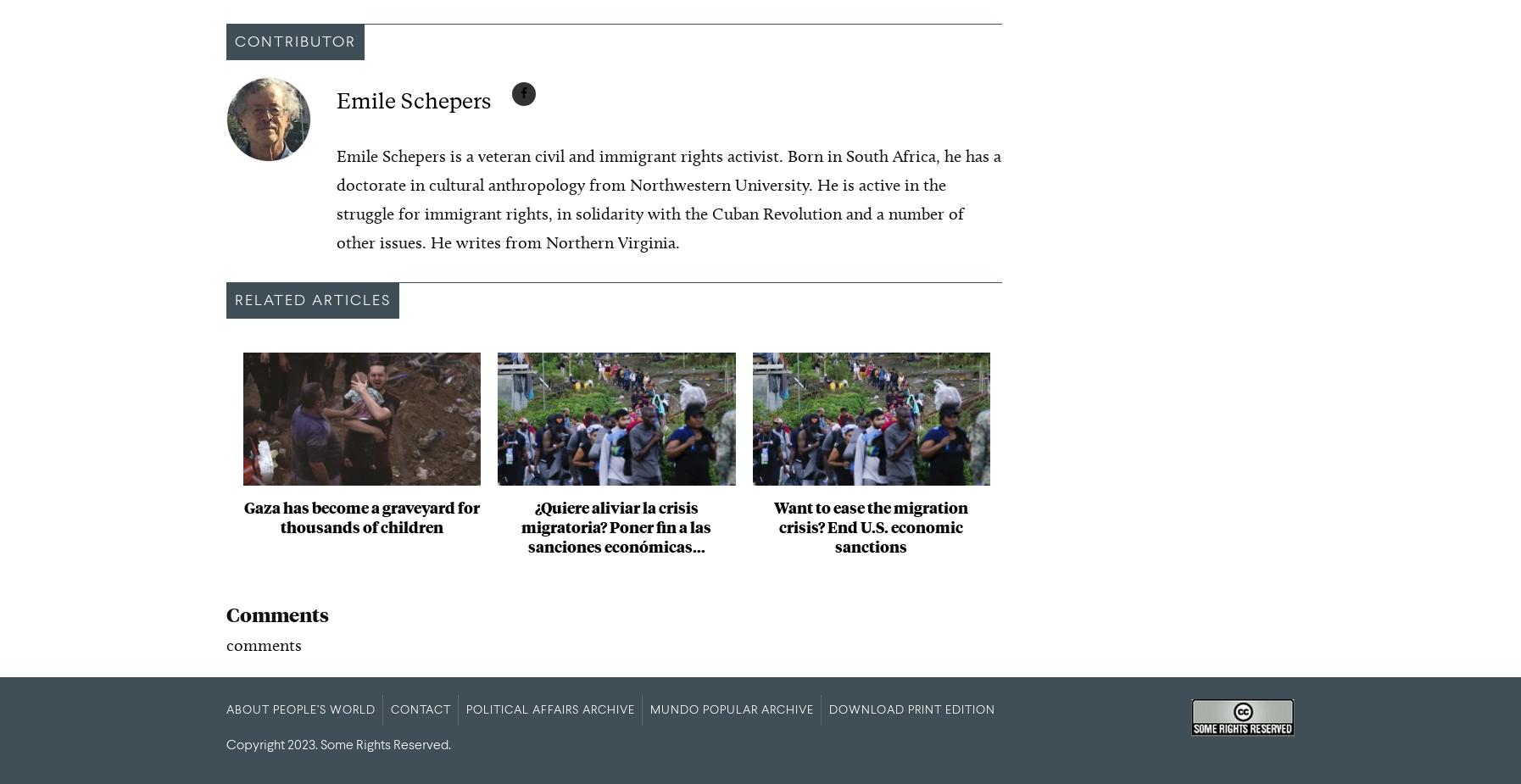 This screenshot has height=784, width=1521. Describe the element at coordinates (421, 709) in the screenshot. I see `'Contact'` at that location.